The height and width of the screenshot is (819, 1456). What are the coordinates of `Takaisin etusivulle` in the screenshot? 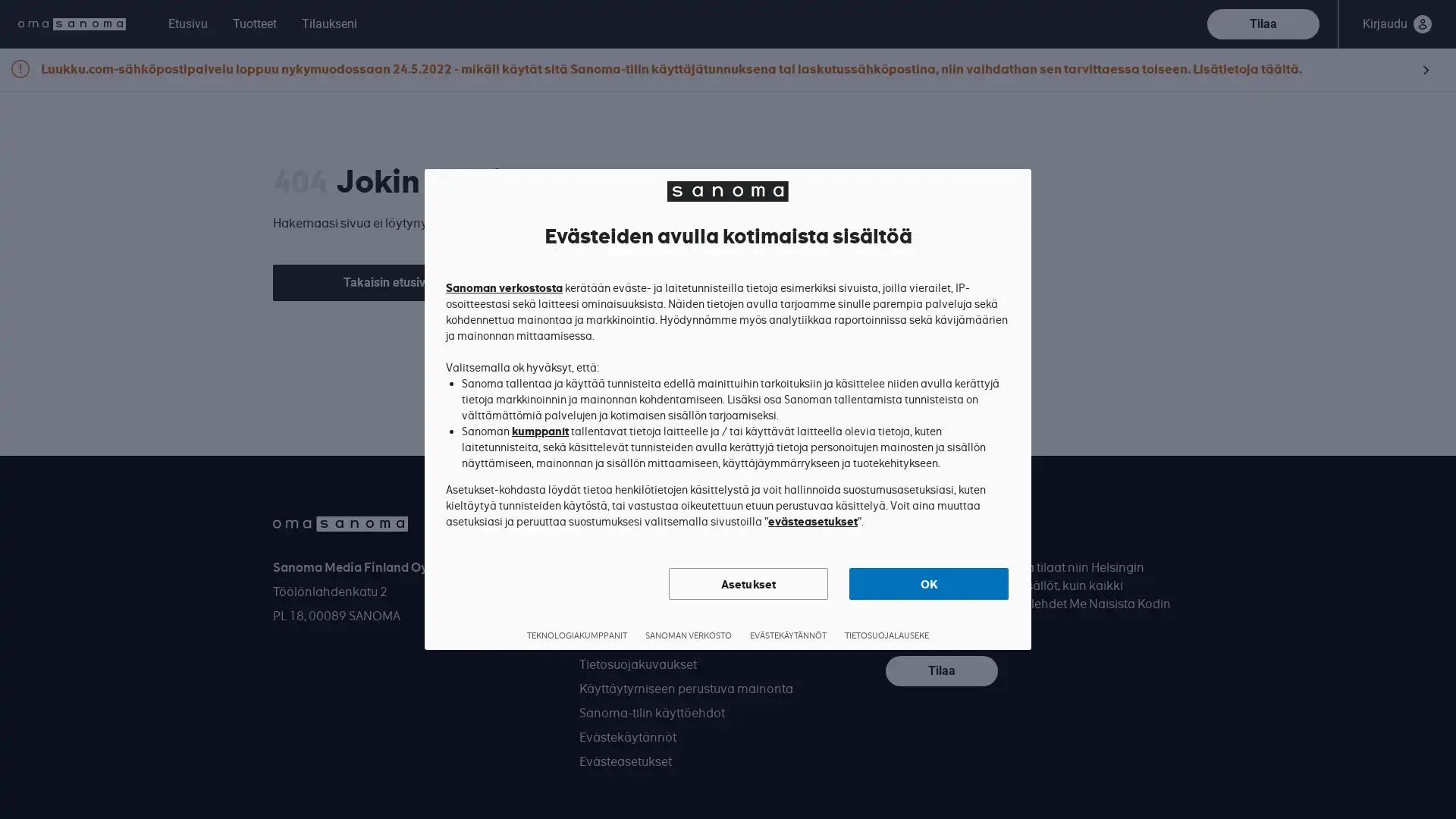 It's located at (394, 283).